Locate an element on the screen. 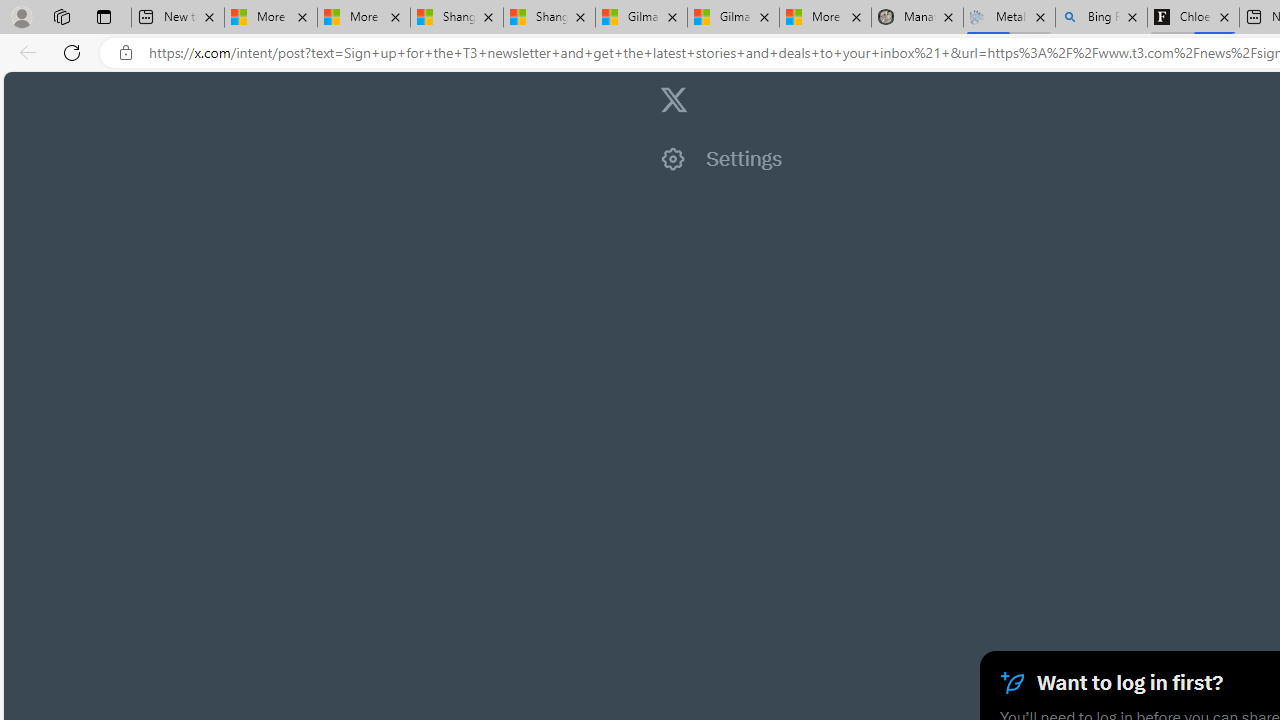 Image resolution: width=1280 pixels, height=720 pixels. 'Shanghai, China weather forecast | Microsoft Weather' is located at coordinates (549, 17).